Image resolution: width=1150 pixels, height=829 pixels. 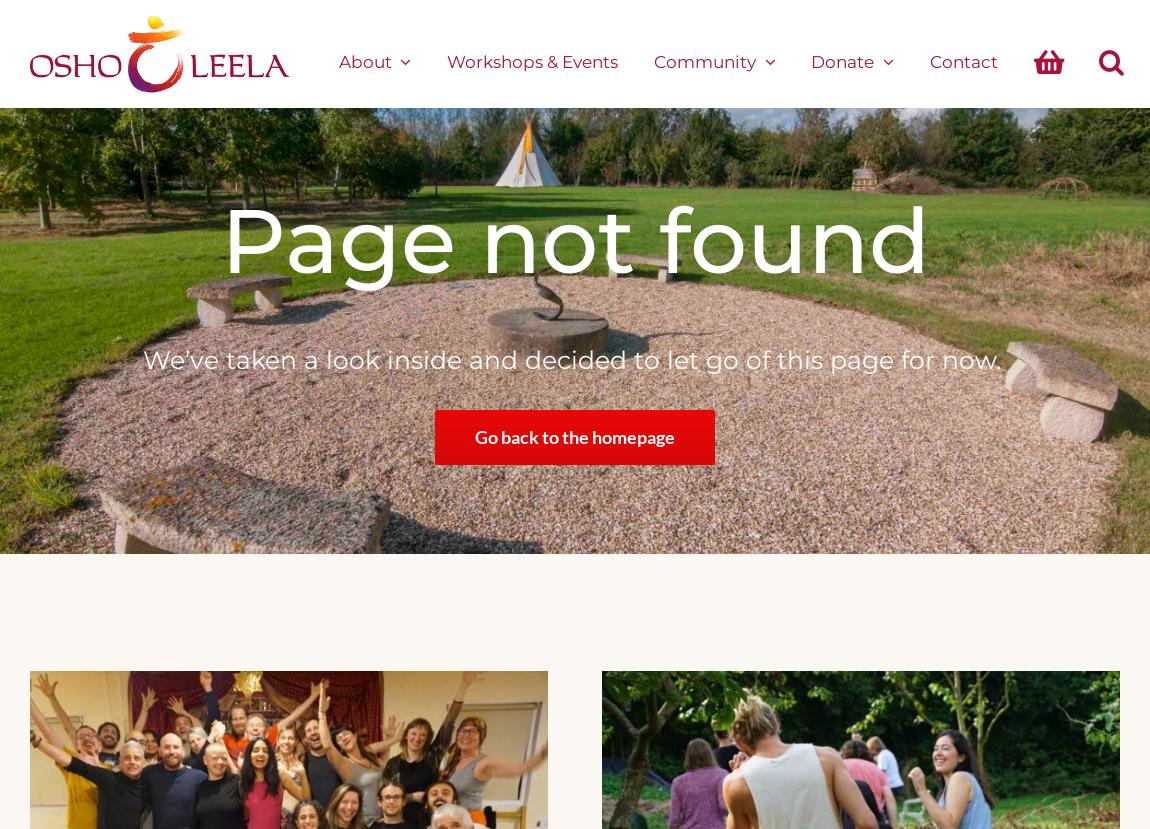 What do you see at coordinates (558, 130) in the screenshot?
I see `'Vouchers'` at bounding box center [558, 130].